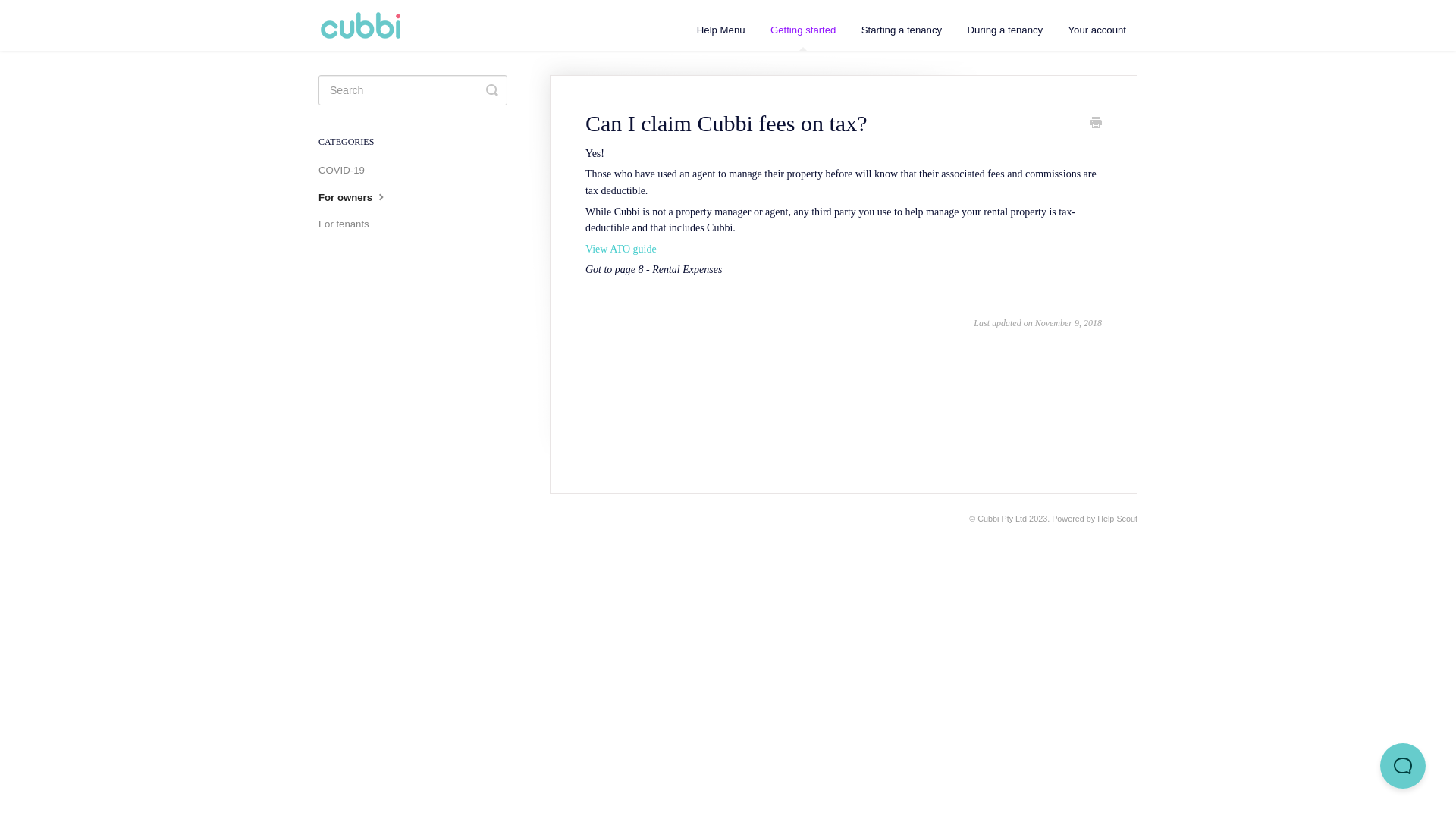 The image size is (1456, 819). Describe the element at coordinates (413, 90) in the screenshot. I see `'search-query'` at that location.